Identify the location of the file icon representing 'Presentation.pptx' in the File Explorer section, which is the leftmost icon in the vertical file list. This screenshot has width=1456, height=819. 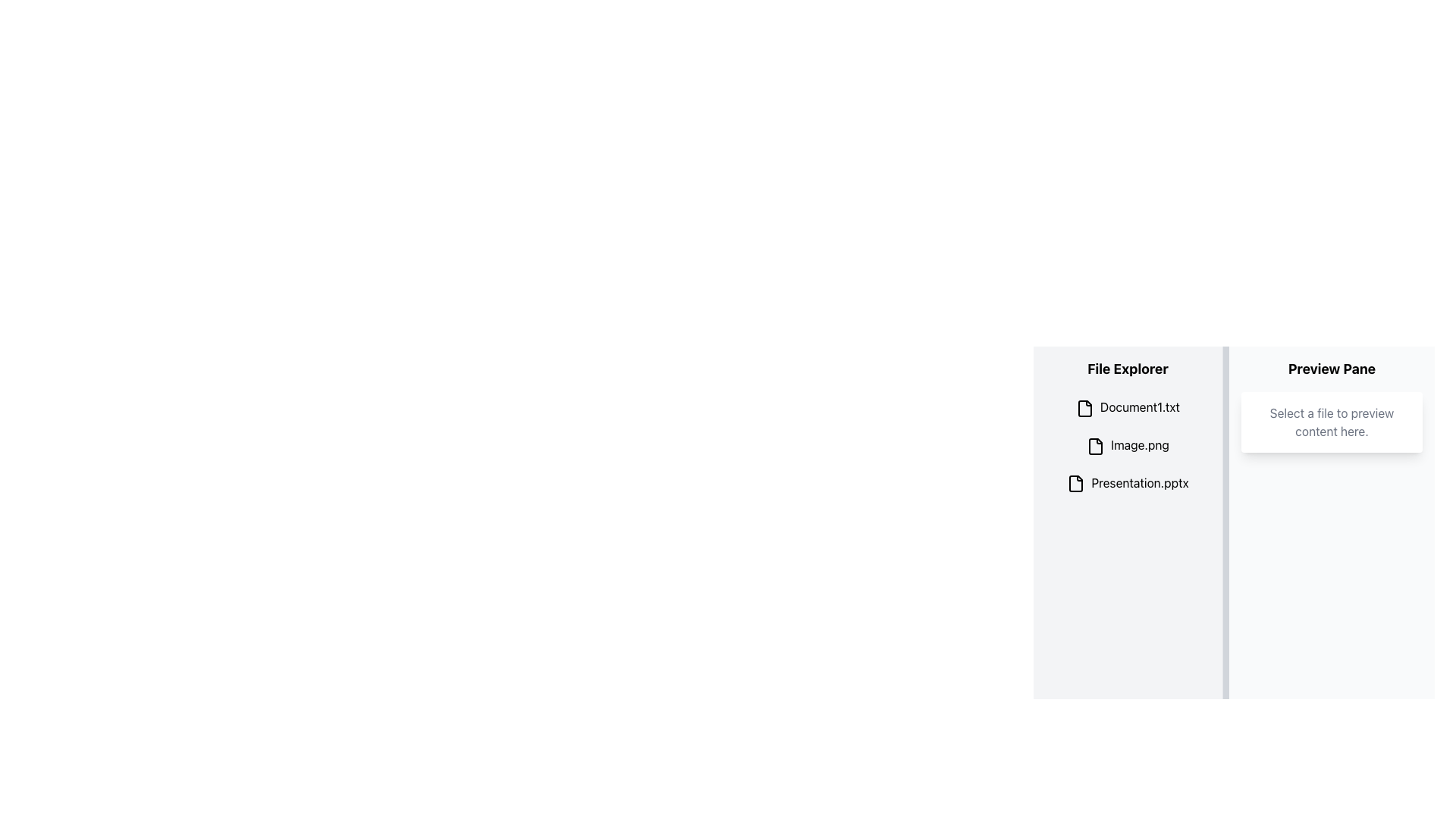
(1075, 484).